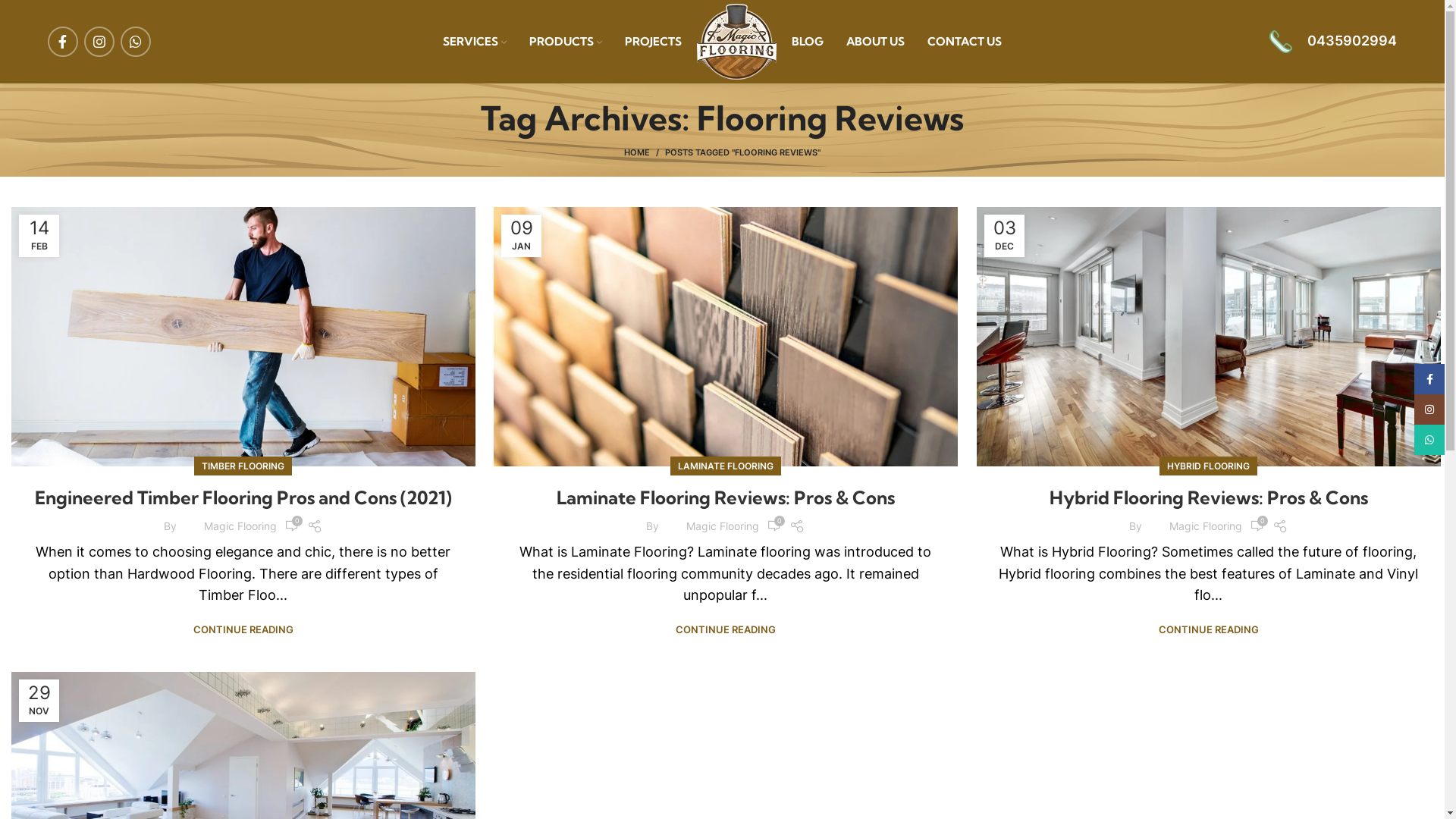  Describe the element at coordinates (644, 152) in the screenshot. I see `'HOME'` at that location.